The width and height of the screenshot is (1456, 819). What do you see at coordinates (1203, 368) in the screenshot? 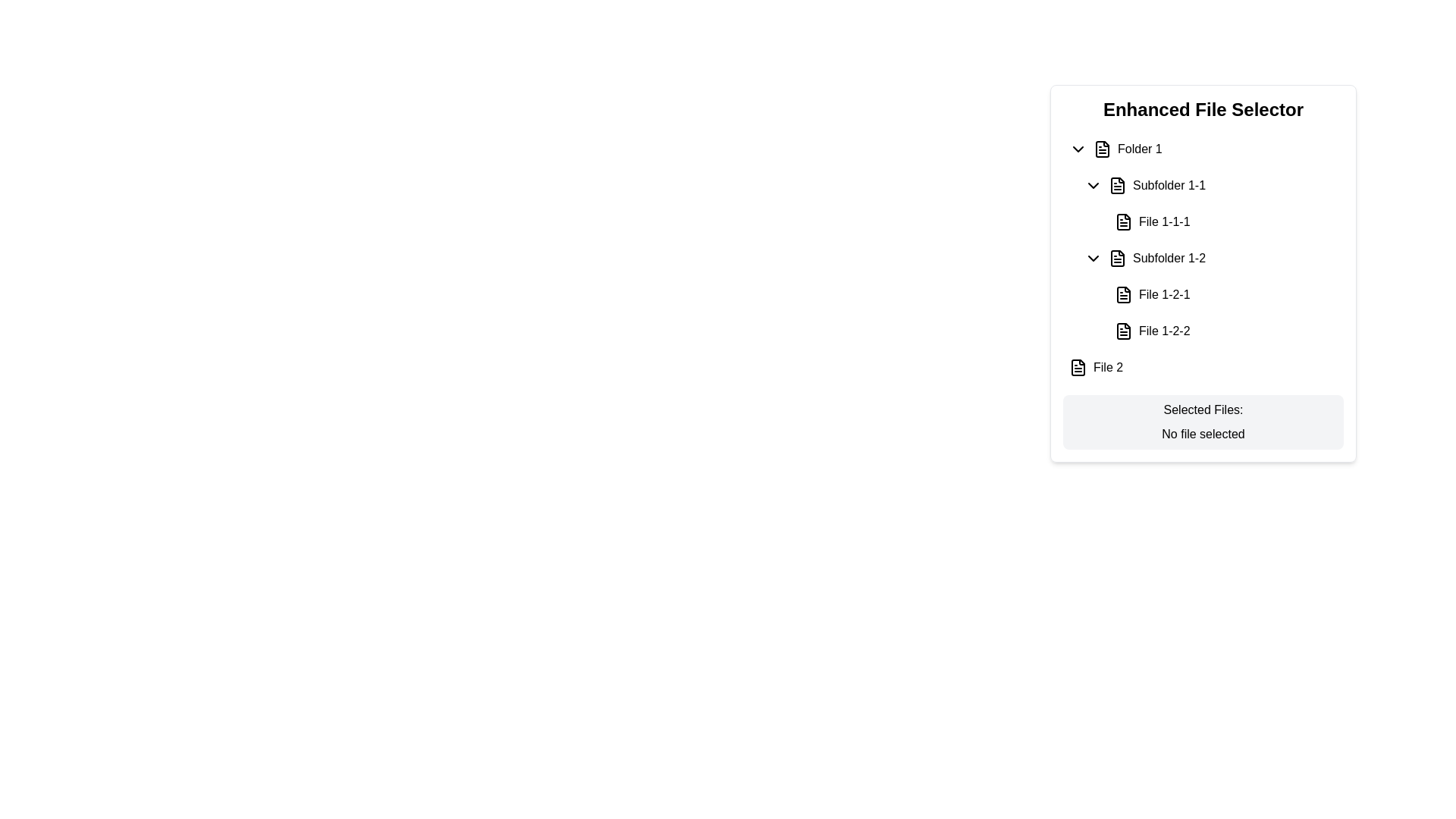
I see `the List item representing 'File 2' to trigger hover effects` at bounding box center [1203, 368].